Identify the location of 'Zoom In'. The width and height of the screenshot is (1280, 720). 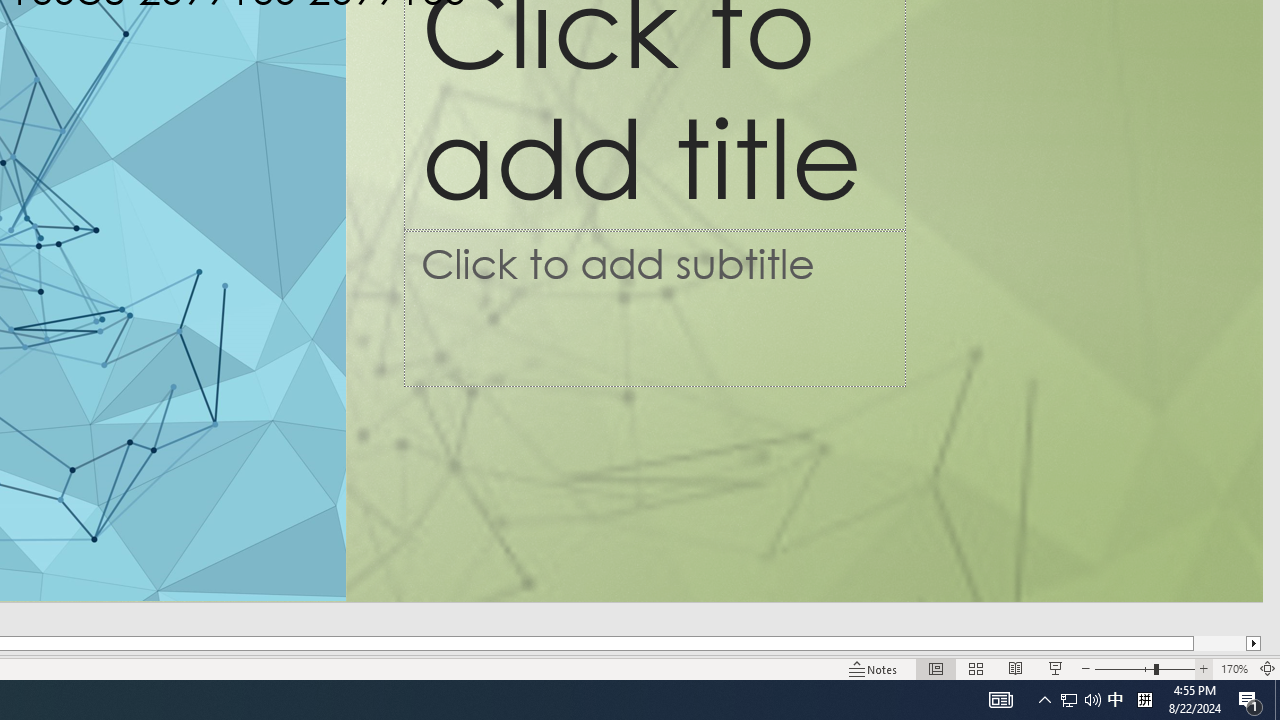
(1203, 669).